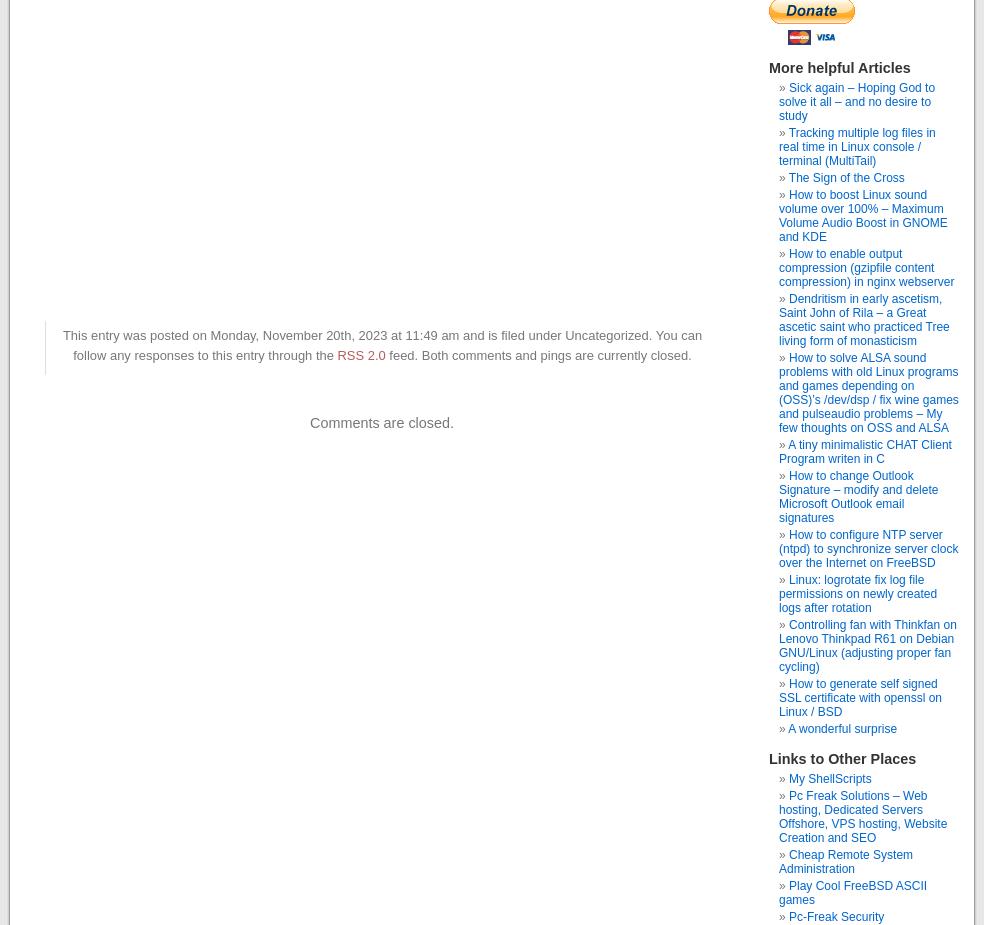 Image resolution: width=984 pixels, height=925 pixels. I want to click on 'Comments are closed.', so click(308, 420).